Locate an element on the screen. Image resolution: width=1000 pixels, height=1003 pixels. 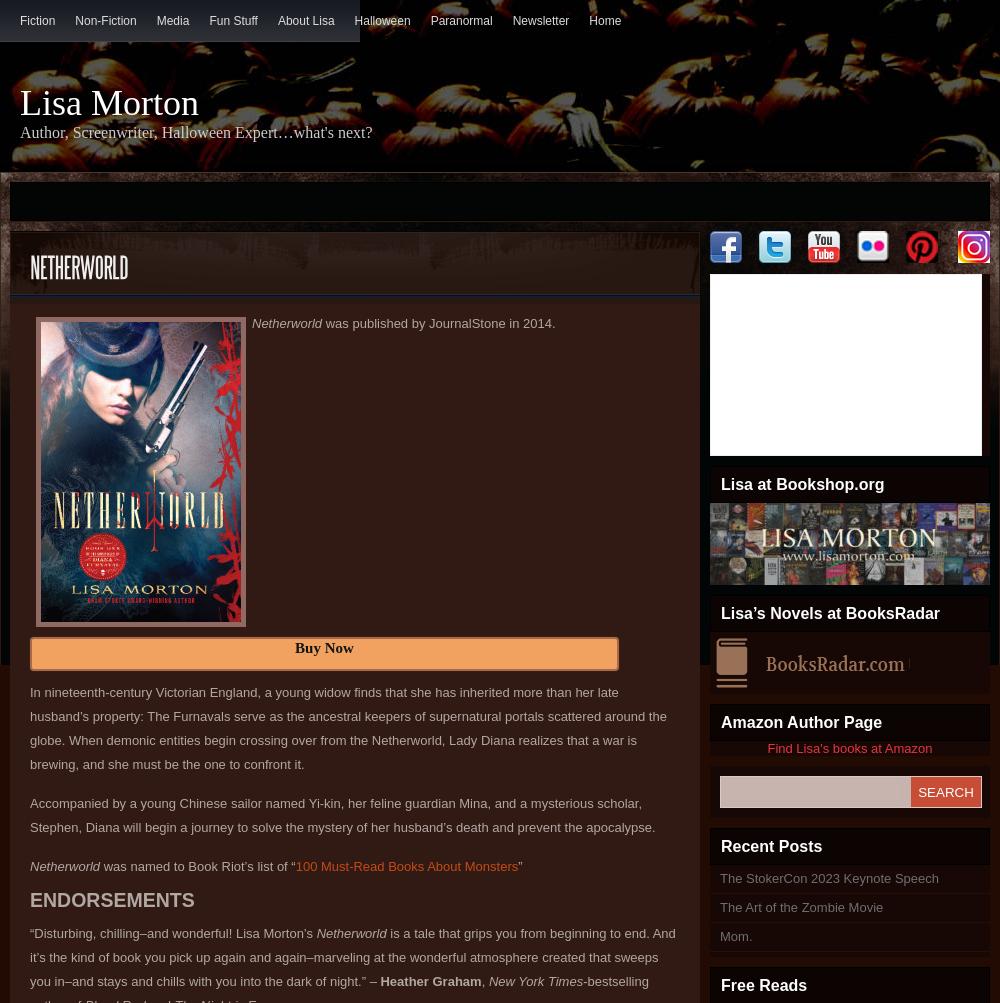
'Recent Posts' is located at coordinates (771, 846).